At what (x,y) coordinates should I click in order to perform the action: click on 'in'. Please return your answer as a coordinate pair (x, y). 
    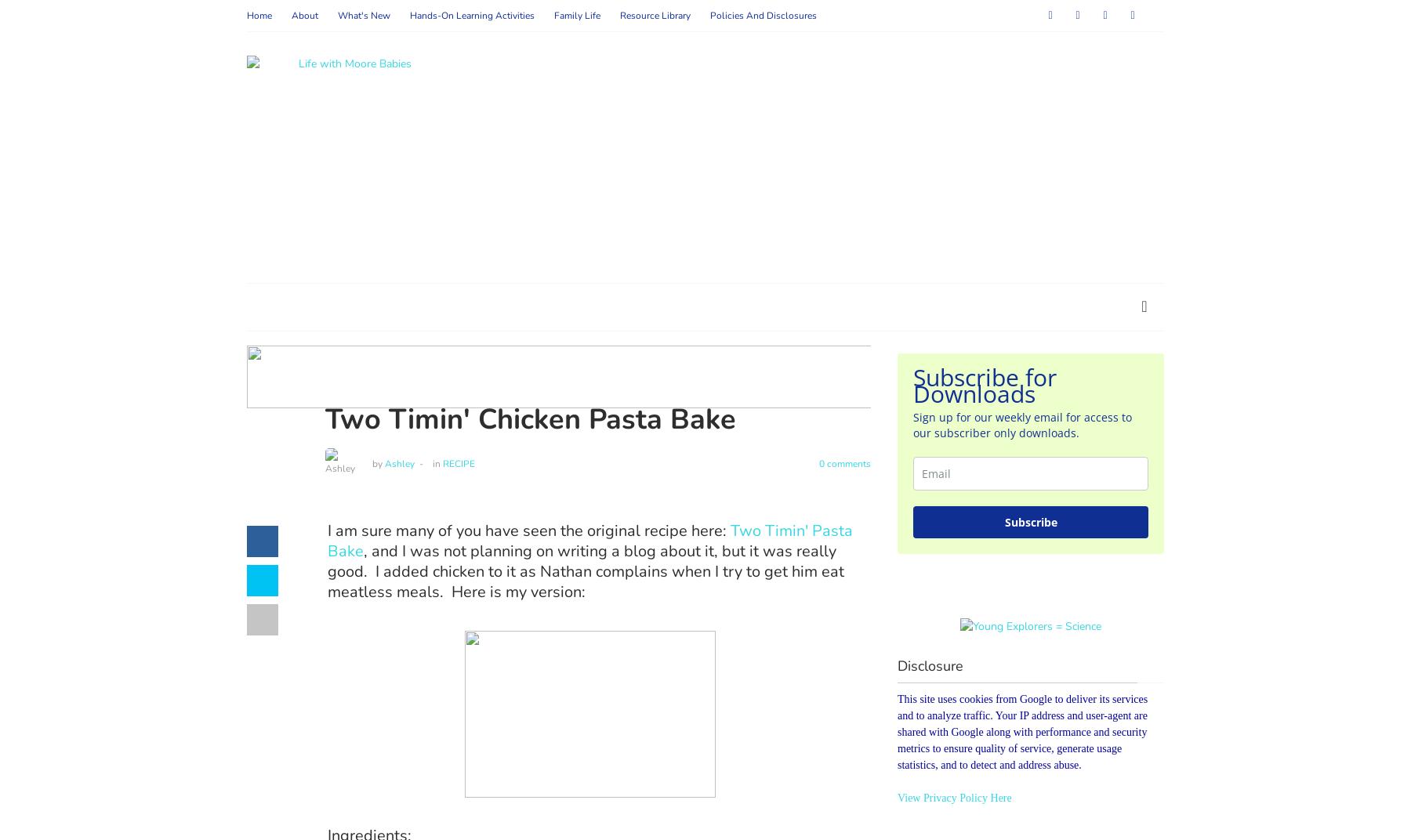
    Looking at the image, I should click on (434, 462).